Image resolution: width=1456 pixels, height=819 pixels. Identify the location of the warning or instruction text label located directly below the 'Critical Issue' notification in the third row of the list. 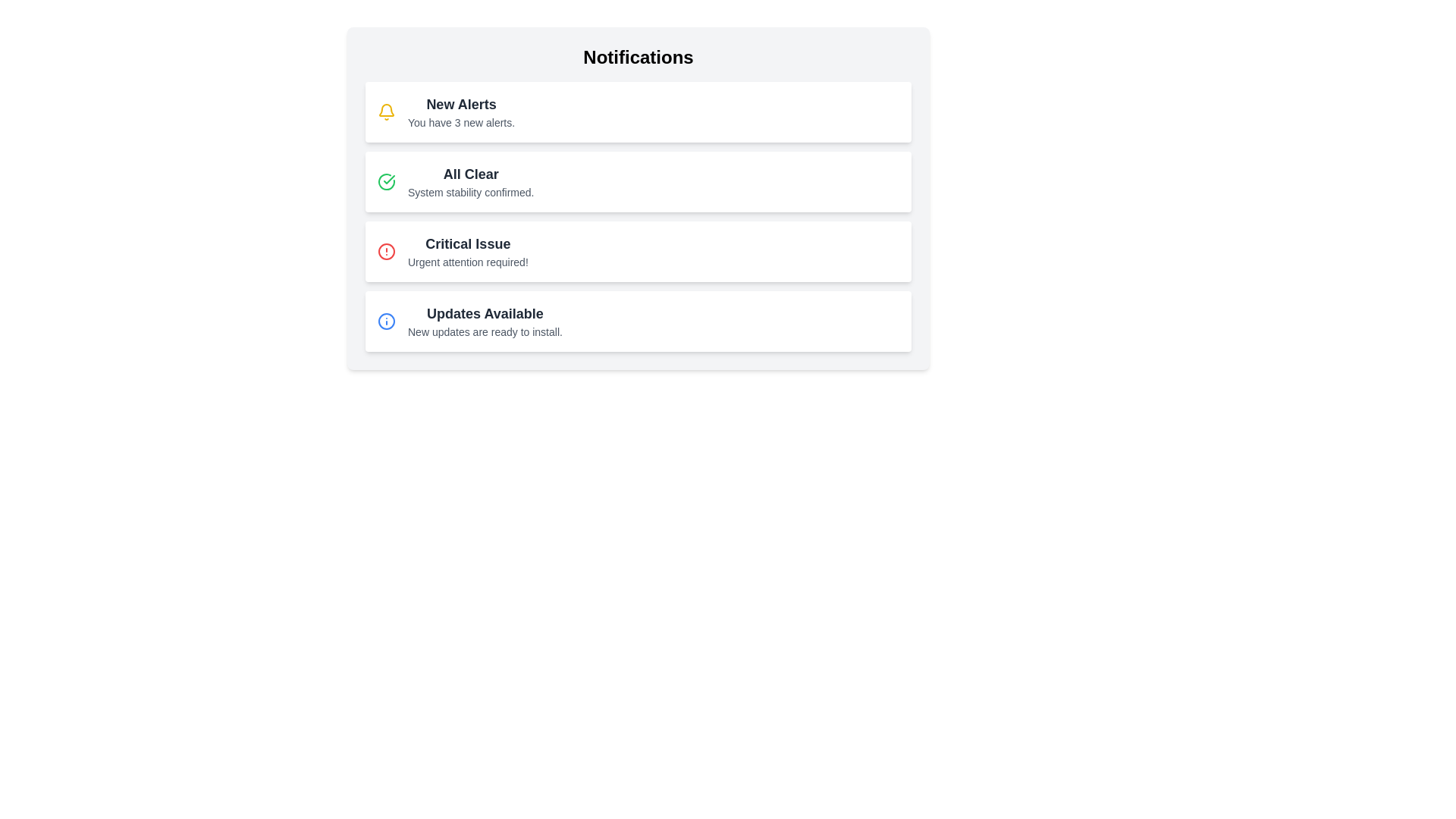
(467, 262).